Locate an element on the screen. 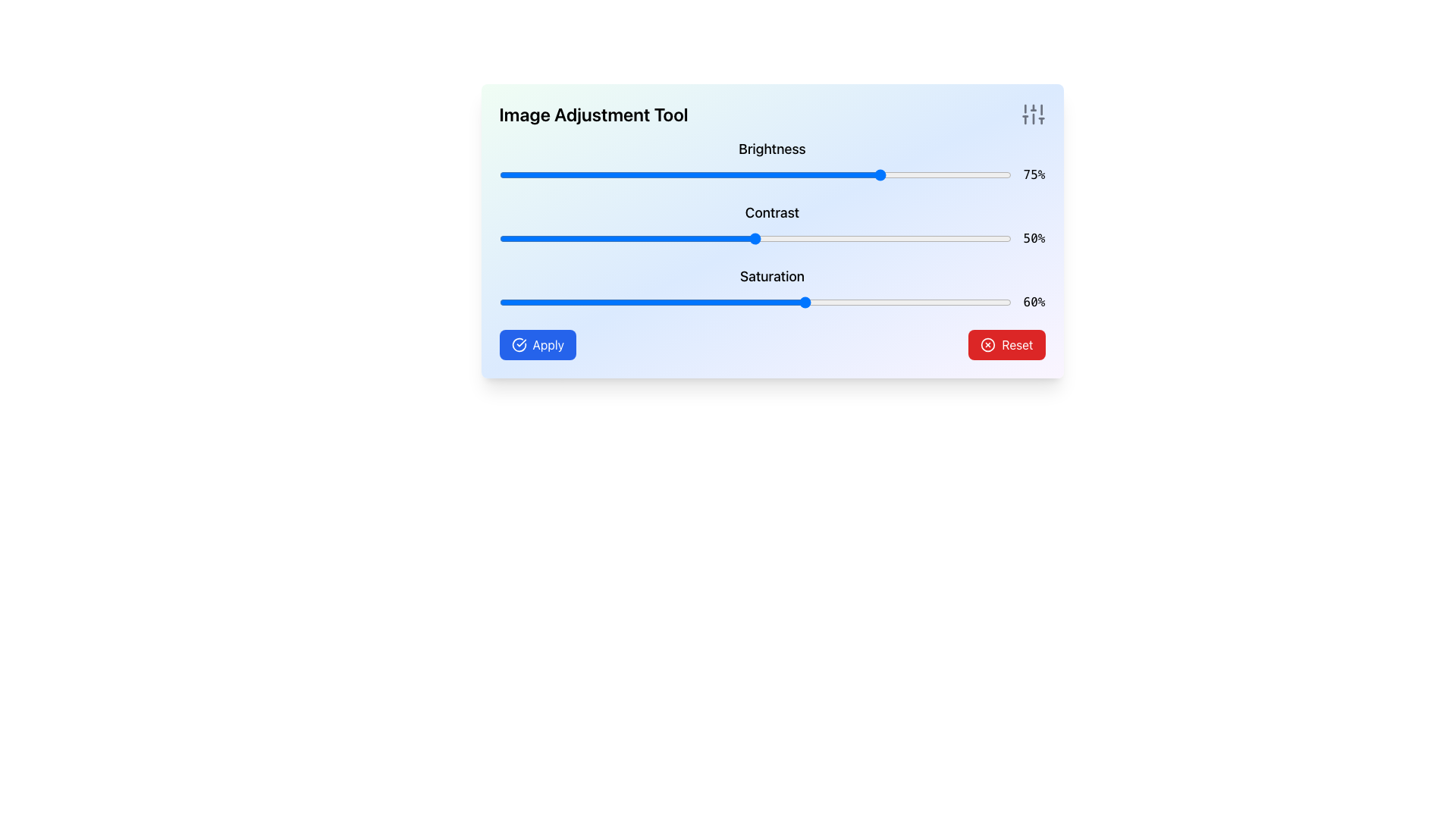 The height and width of the screenshot is (819, 1456). brightness is located at coordinates (601, 174).